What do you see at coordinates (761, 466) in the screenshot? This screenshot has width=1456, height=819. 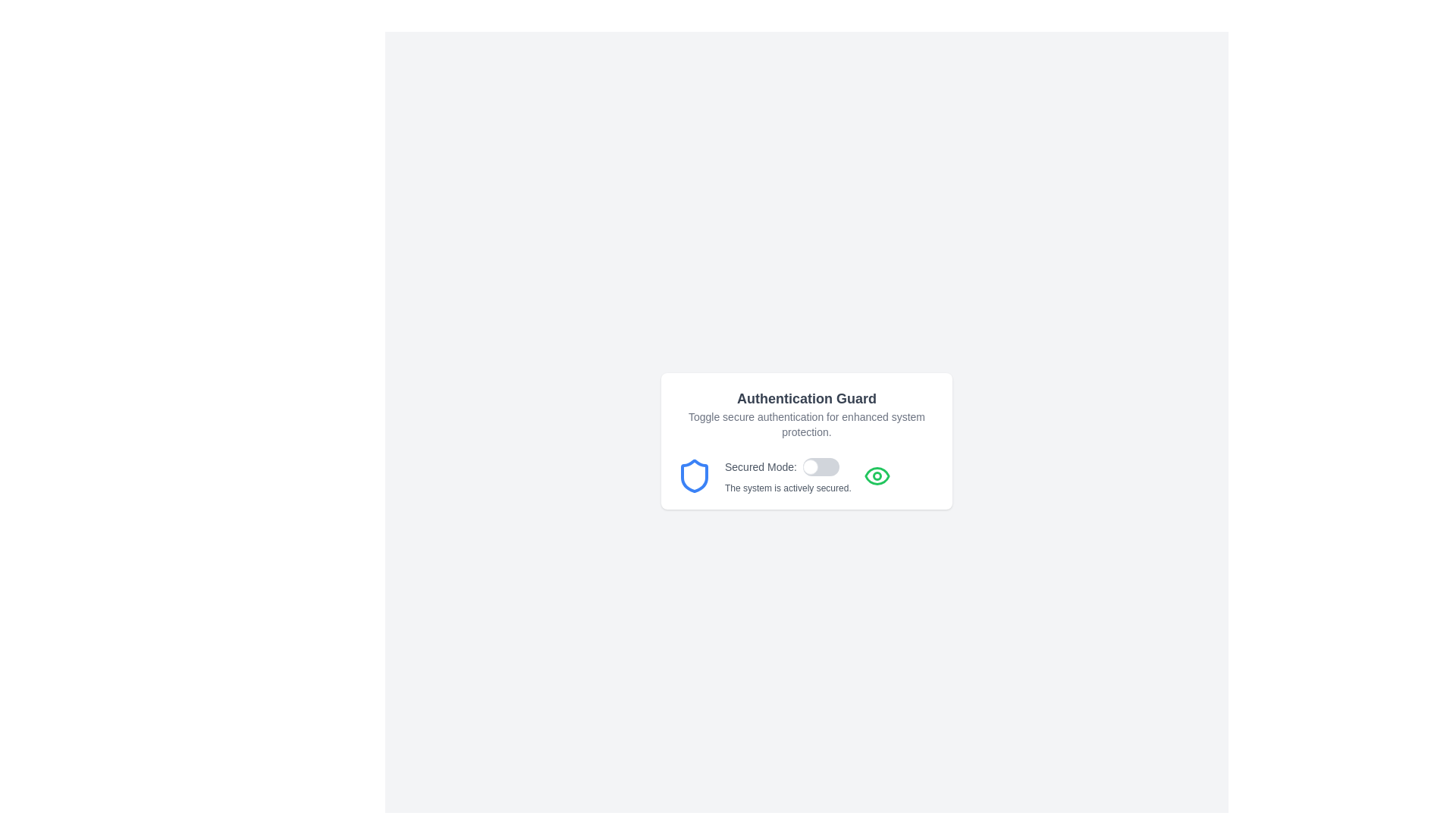 I see `the Text label displaying 'Secured Mode:' styled with a small gray font, located to the left of an interactive checkbox and adjacent to a shield icon` at bounding box center [761, 466].